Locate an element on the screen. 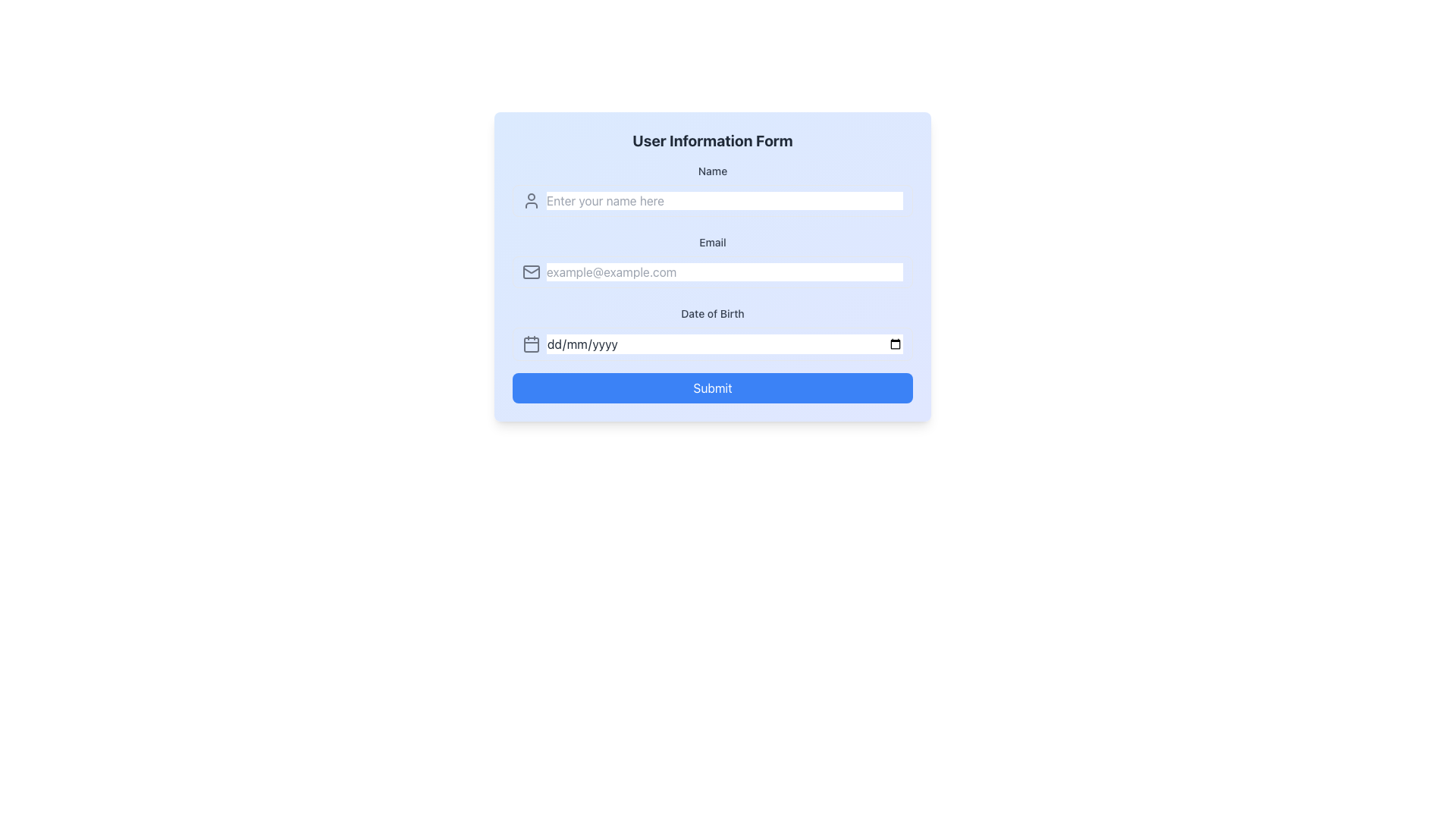 The width and height of the screenshot is (1456, 819). the date input field labeled 'Date of Birth' with a placeholder 'dd/mm/yyyy' to activate it is located at coordinates (723, 344).